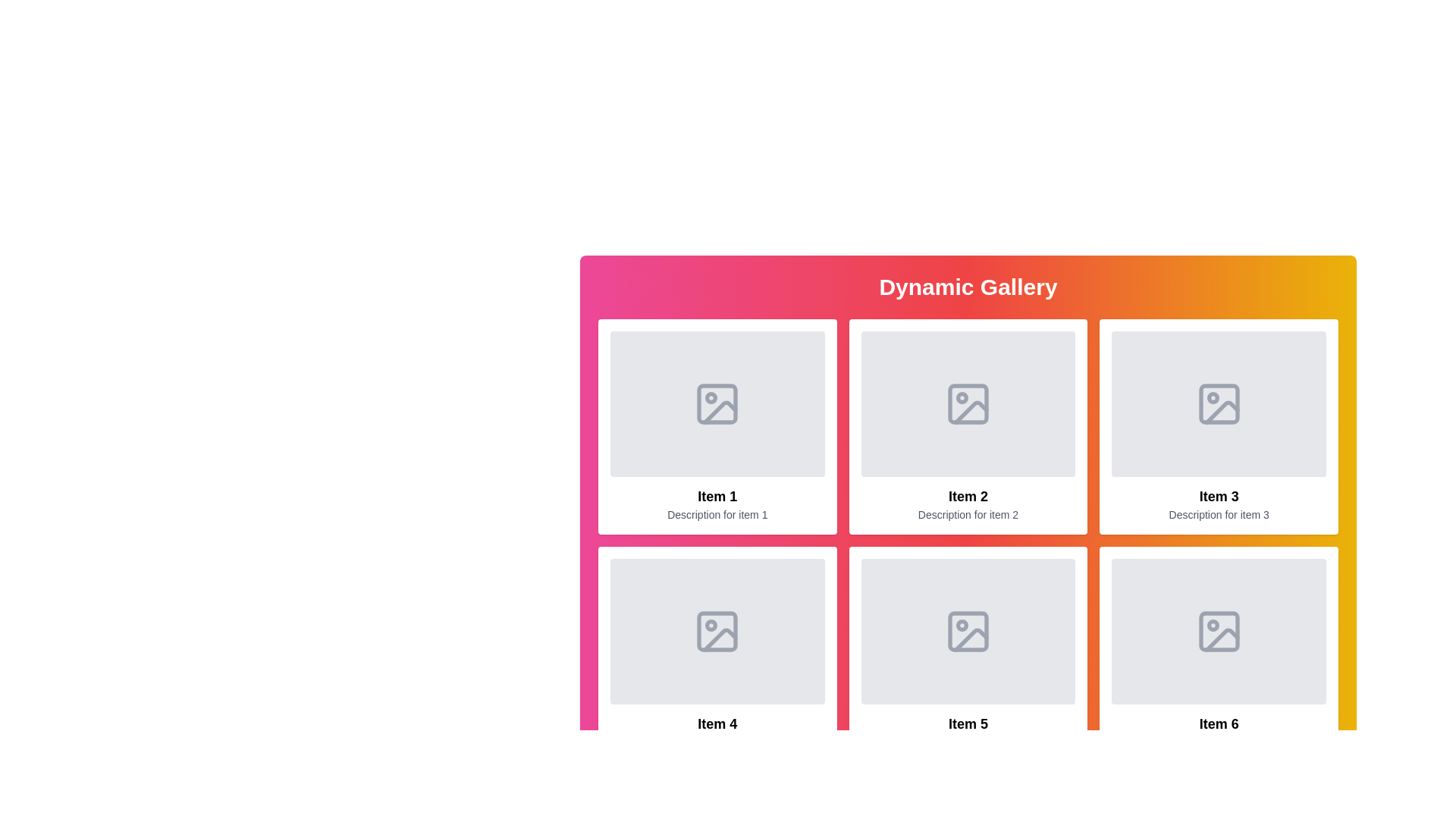  Describe the element at coordinates (1219, 632) in the screenshot. I see `the SVG icon representing an image placeholder located within the 'Item 6' card in the bottom-right position of the grid layout in the 'Dynamic Gallery' section to initiate an action` at that location.